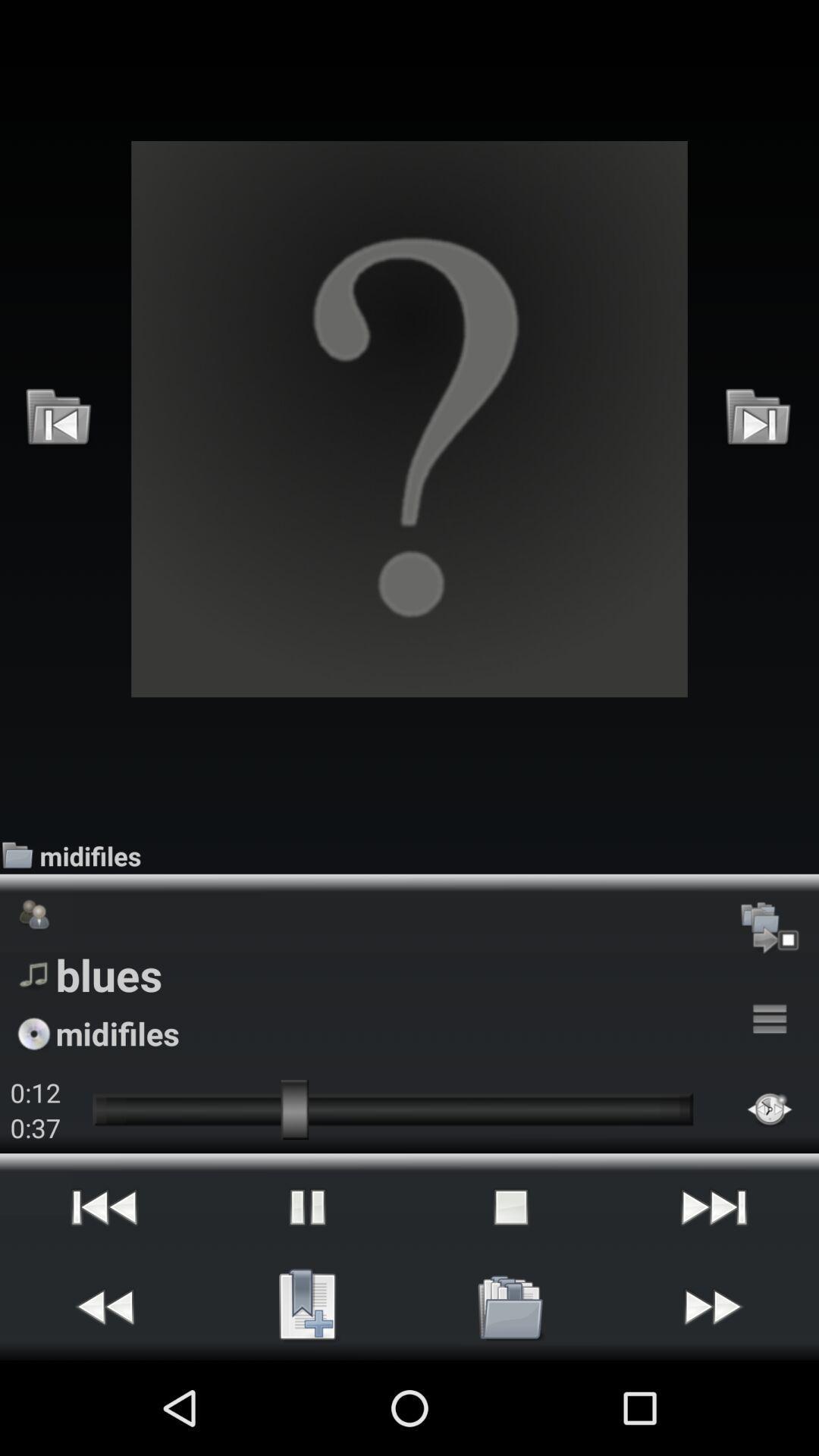  What do you see at coordinates (409, 419) in the screenshot?
I see `item at the top` at bounding box center [409, 419].